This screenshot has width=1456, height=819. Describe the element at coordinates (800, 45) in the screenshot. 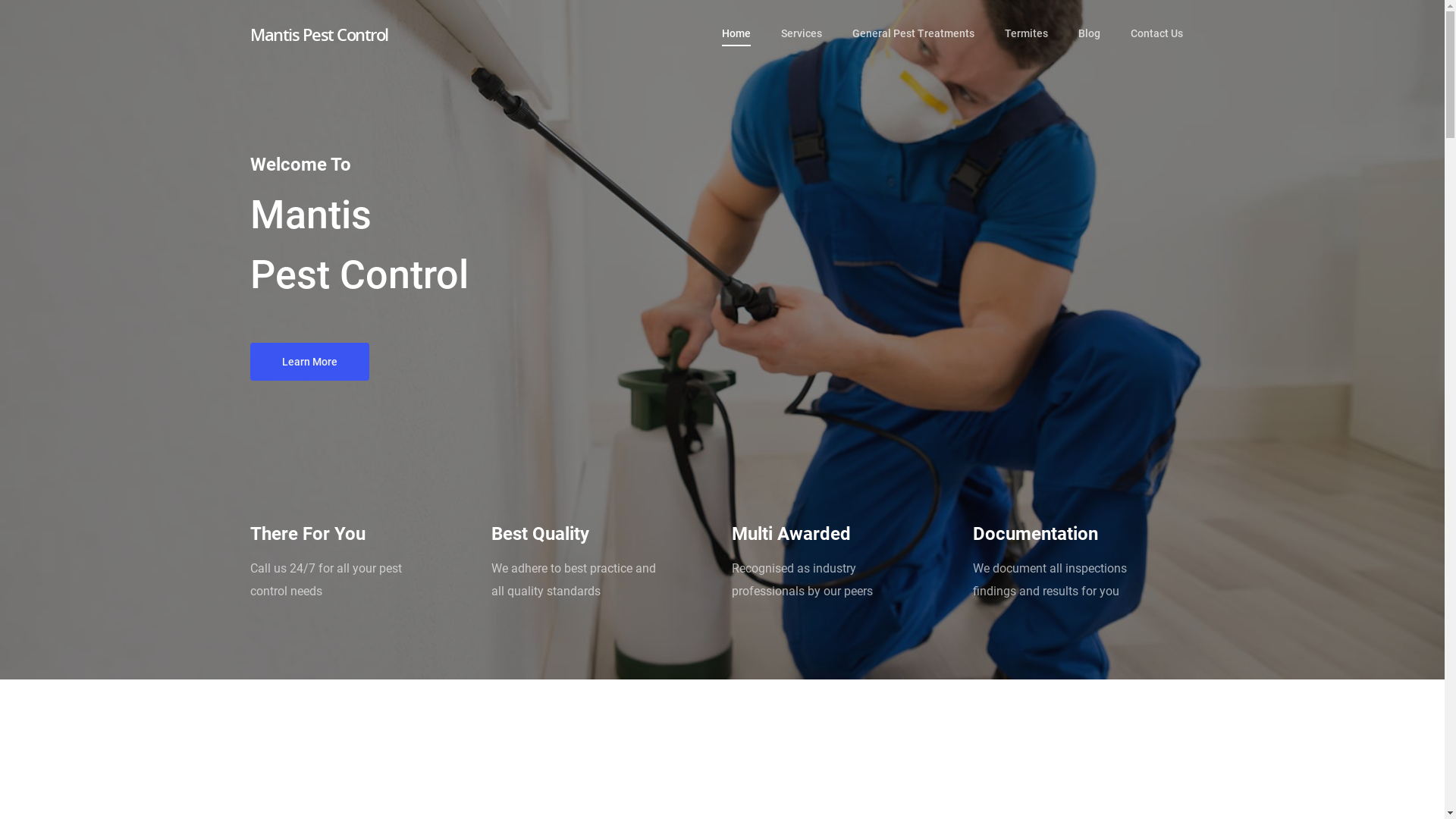

I see `'Services'` at that location.